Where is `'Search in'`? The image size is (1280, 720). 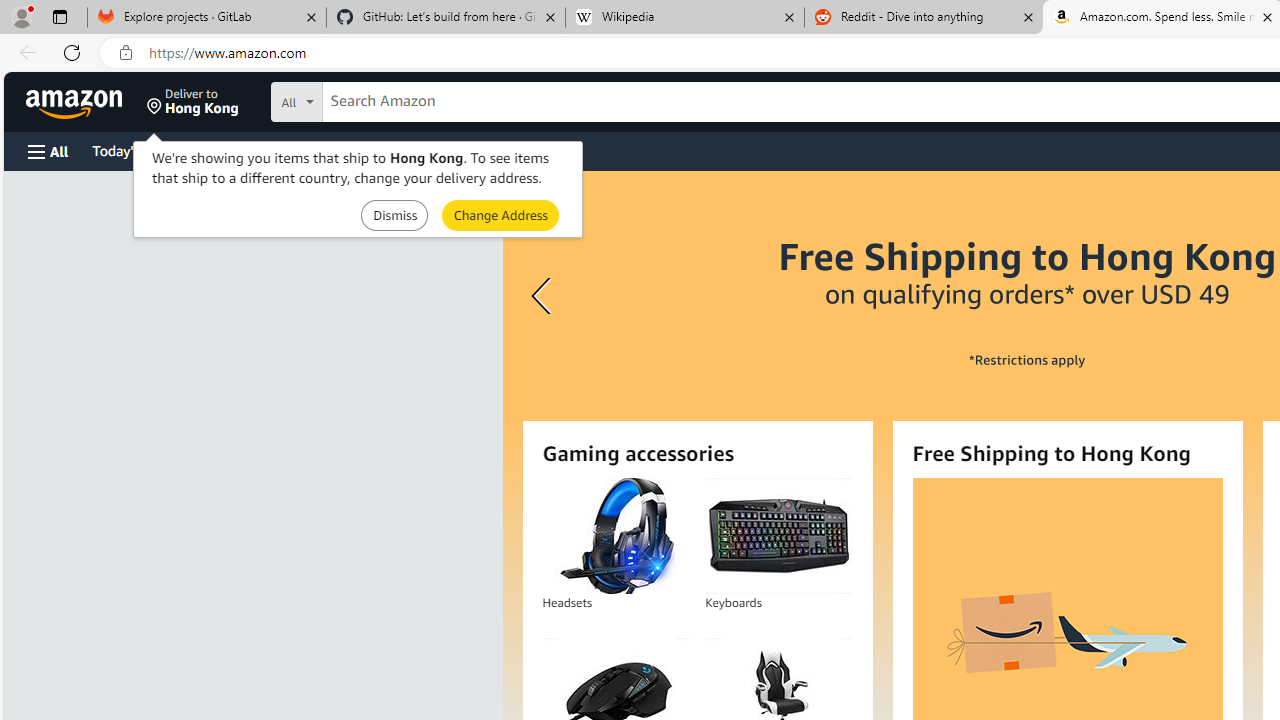
'Search in' is located at coordinates (371, 99).